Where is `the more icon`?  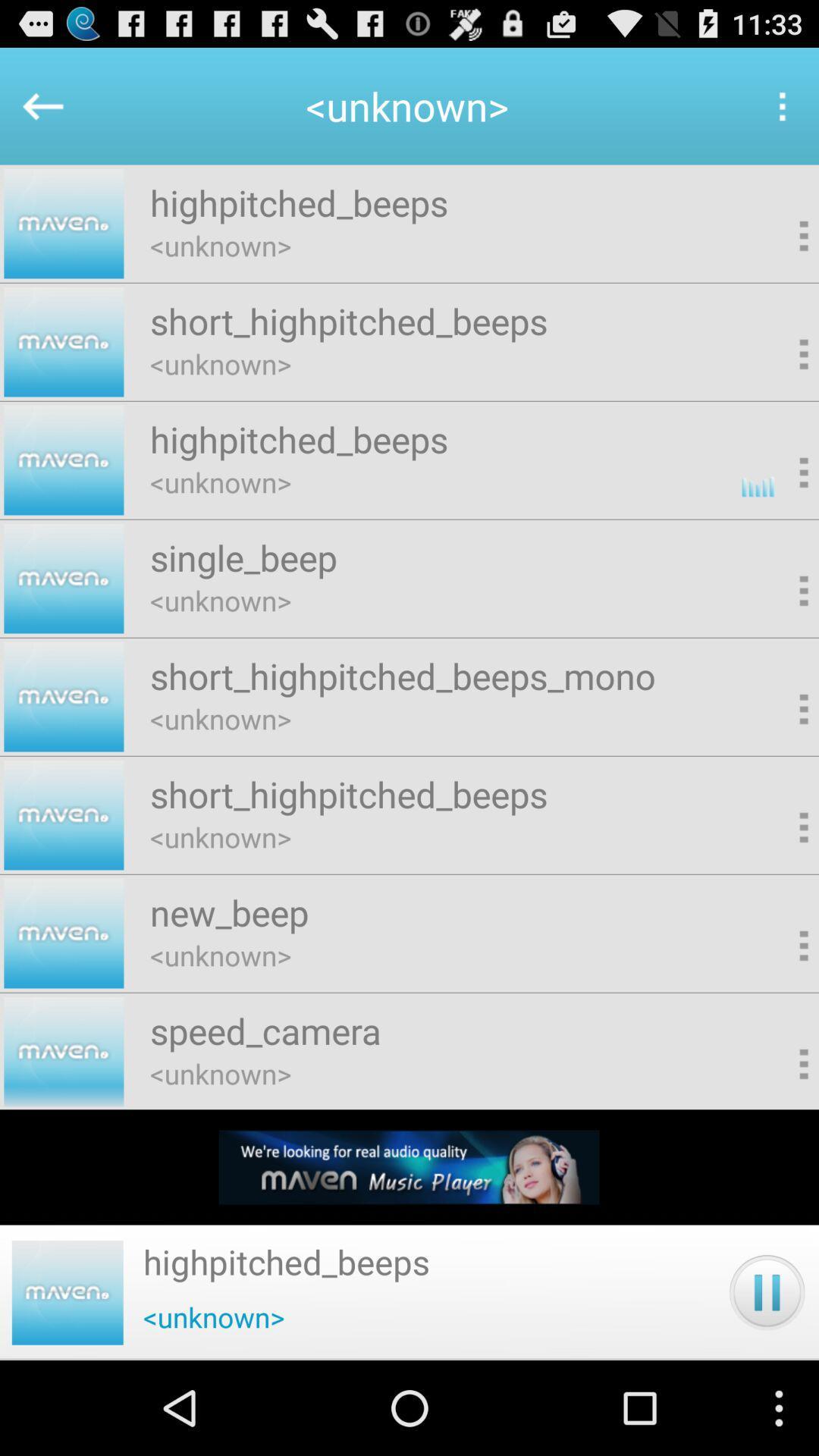
the more icon is located at coordinates (779, 886).